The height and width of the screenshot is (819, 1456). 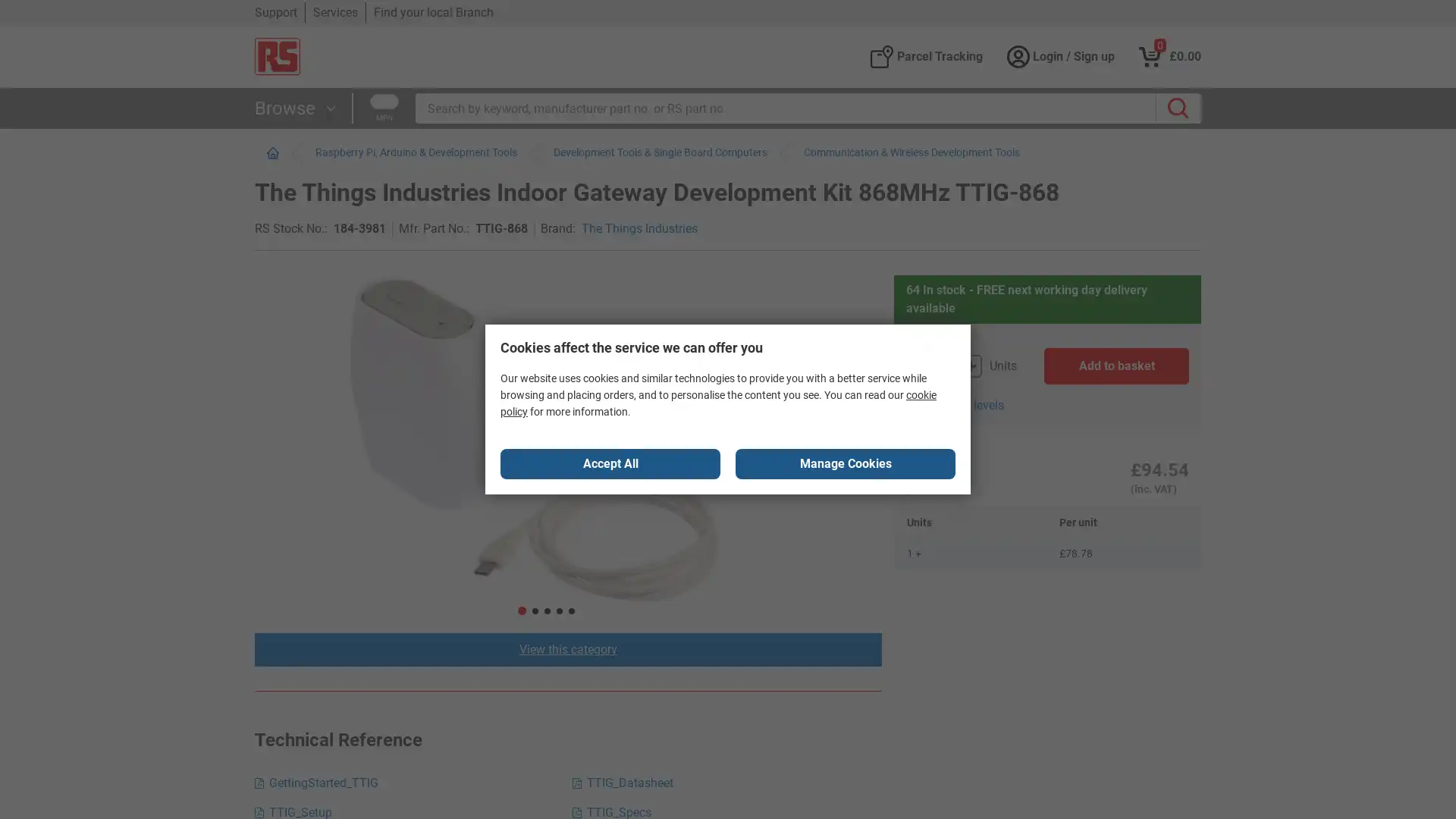 I want to click on Close consent Widget, so click(x=610, y=463).